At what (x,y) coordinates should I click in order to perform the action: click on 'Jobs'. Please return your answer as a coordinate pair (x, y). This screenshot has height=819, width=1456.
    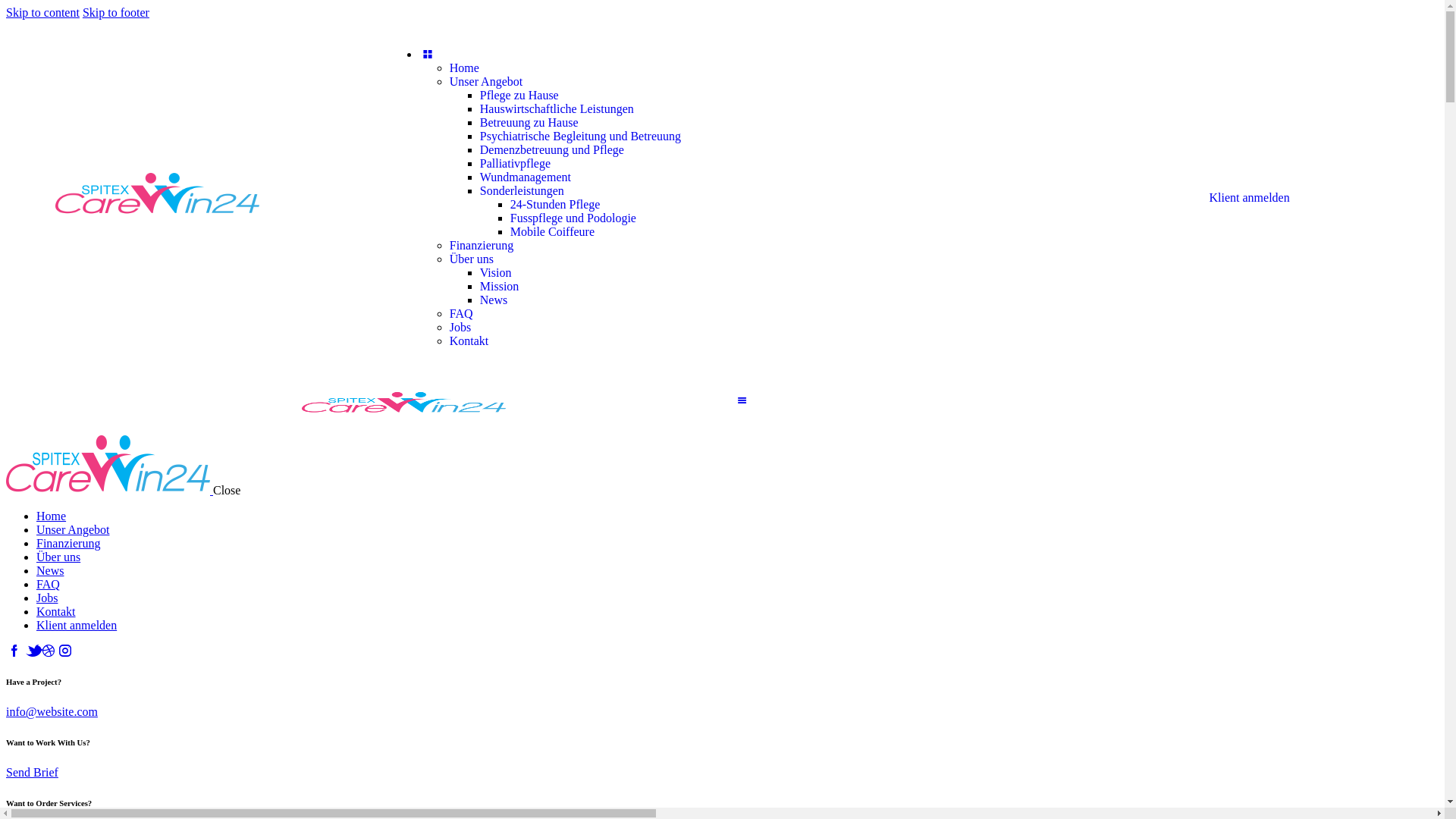
    Looking at the image, I should click on (36, 597).